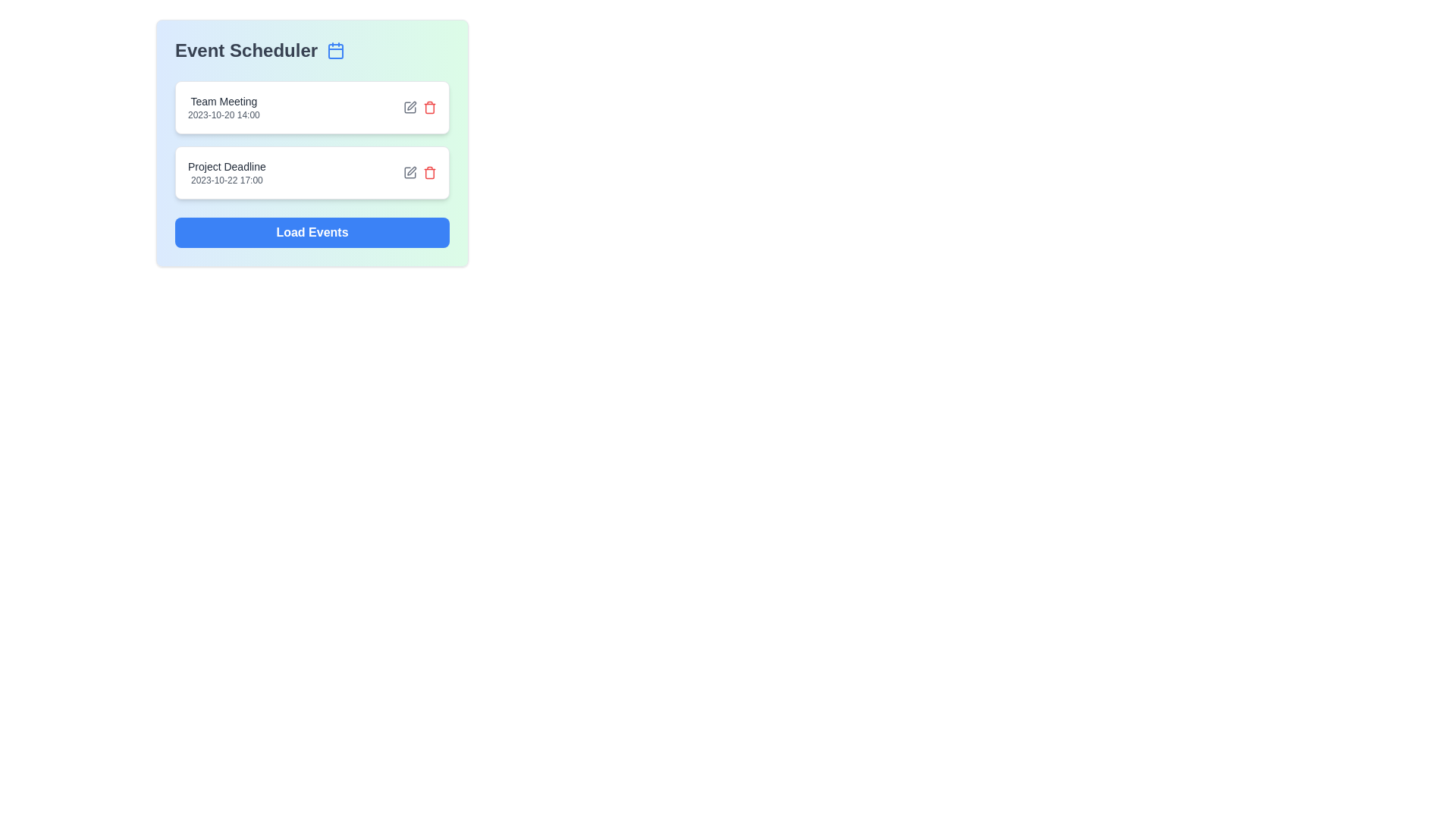 The width and height of the screenshot is (1456, 819). Describe the element at coordinates (428, 171) in the screenshot. I see `the clickable icon (delete button) located on the right side of the second event item under 'Event Scheduler'` at that location.